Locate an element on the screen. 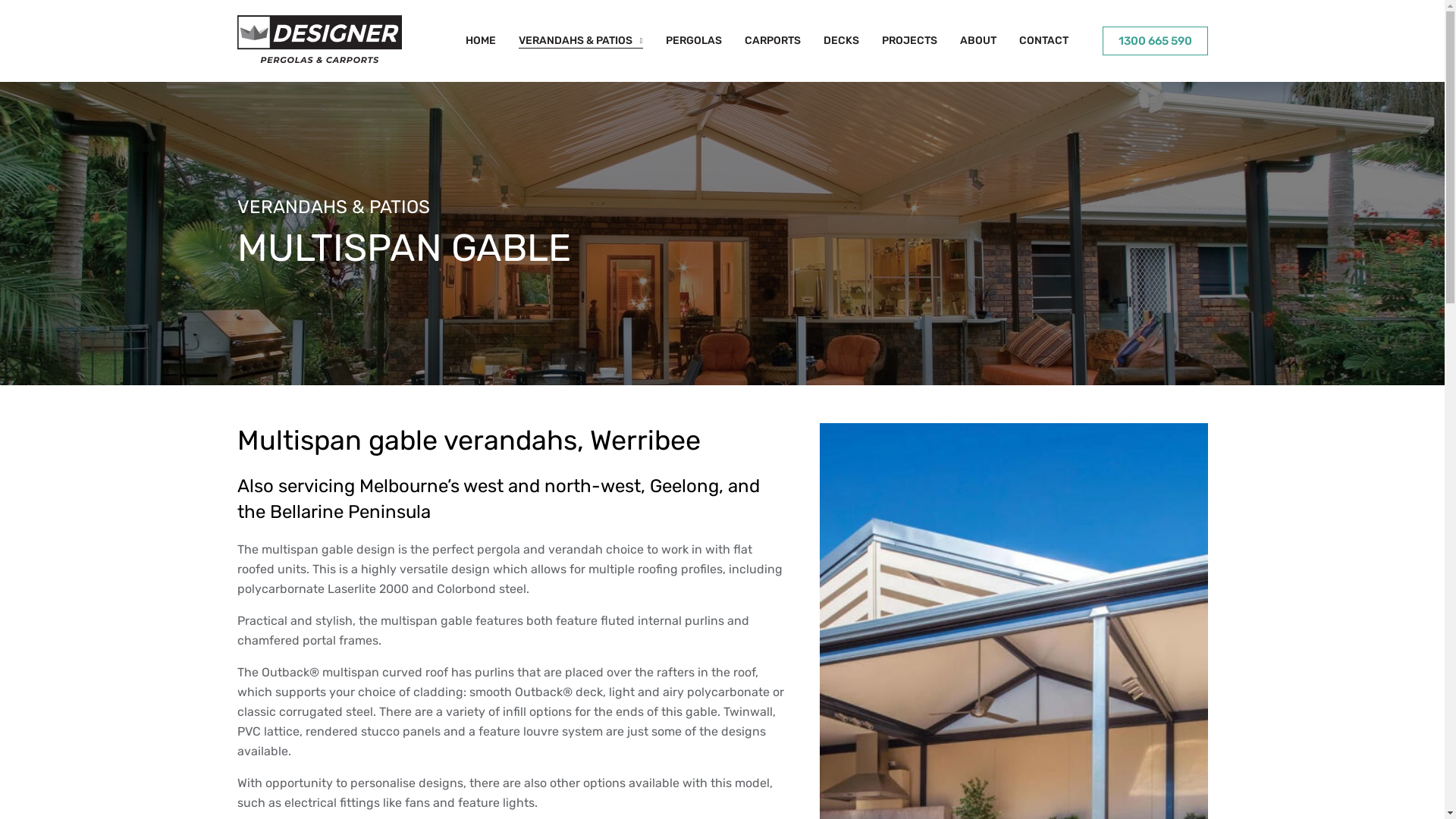 The height and width of the screenshot is (819, 1456). 'PERGOLAS' is located at coordinates (666, 40).